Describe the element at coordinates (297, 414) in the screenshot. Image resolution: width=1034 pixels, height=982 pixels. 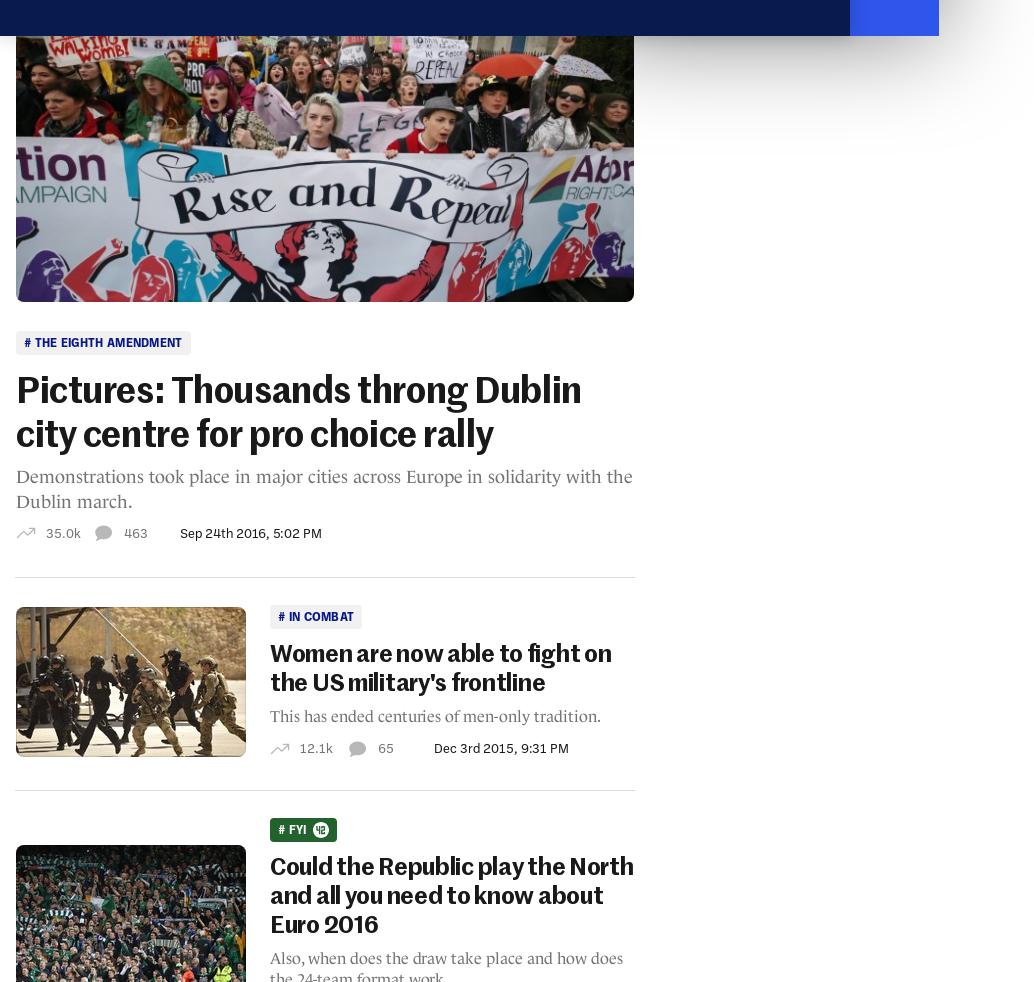
I see `'Pictures: Thousands throng Dublin city centre for pro choice rally'` at that location.